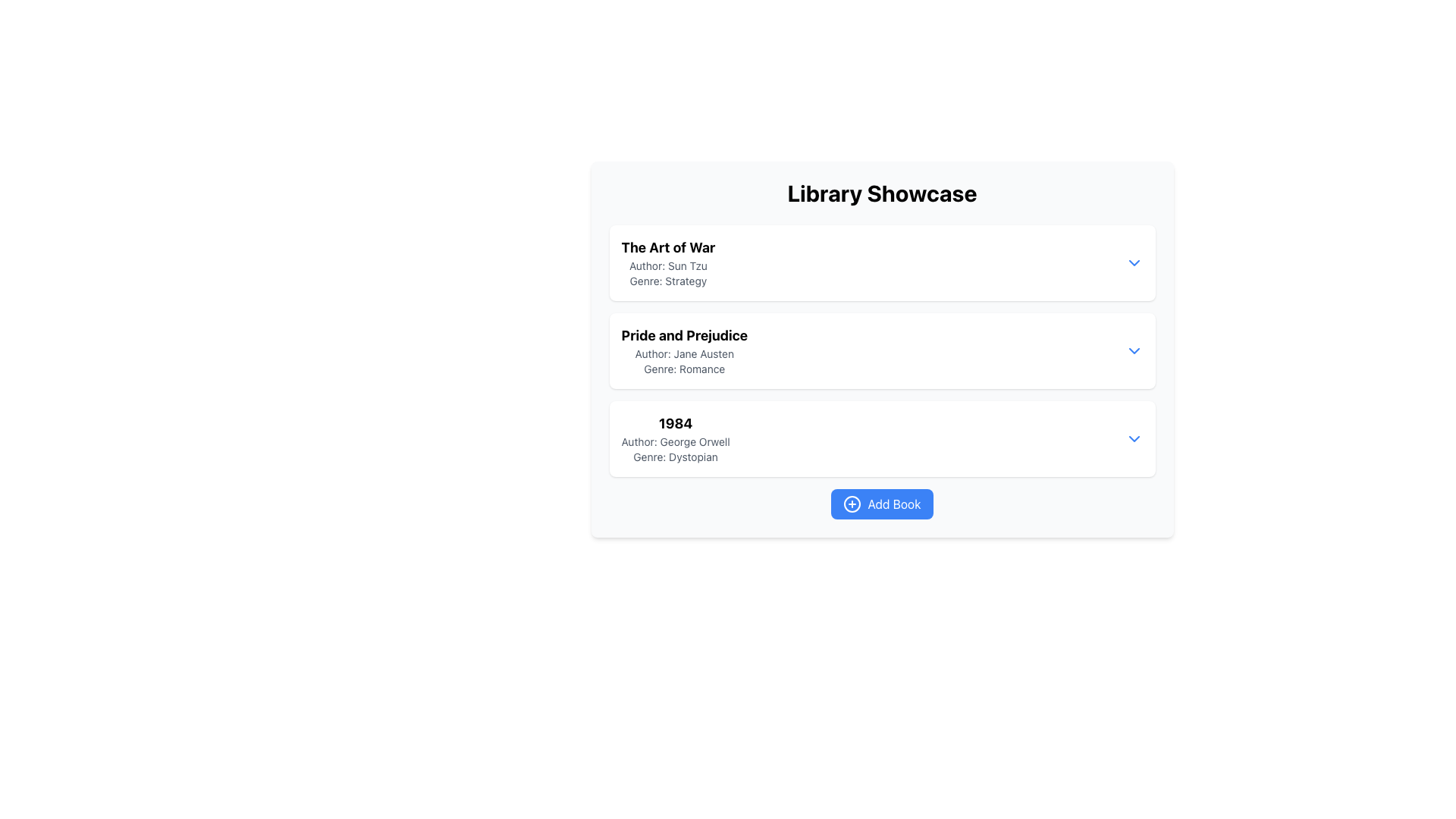 This screenshot has height=819, width=1456. Describe the element at coordinates (882, 350) in the screenshot. I see `details of the book titled 'Pride and Prejudice' by 'Jane Austen' in the compound component with a dropdown button, located in the middle of the interface` at that location.